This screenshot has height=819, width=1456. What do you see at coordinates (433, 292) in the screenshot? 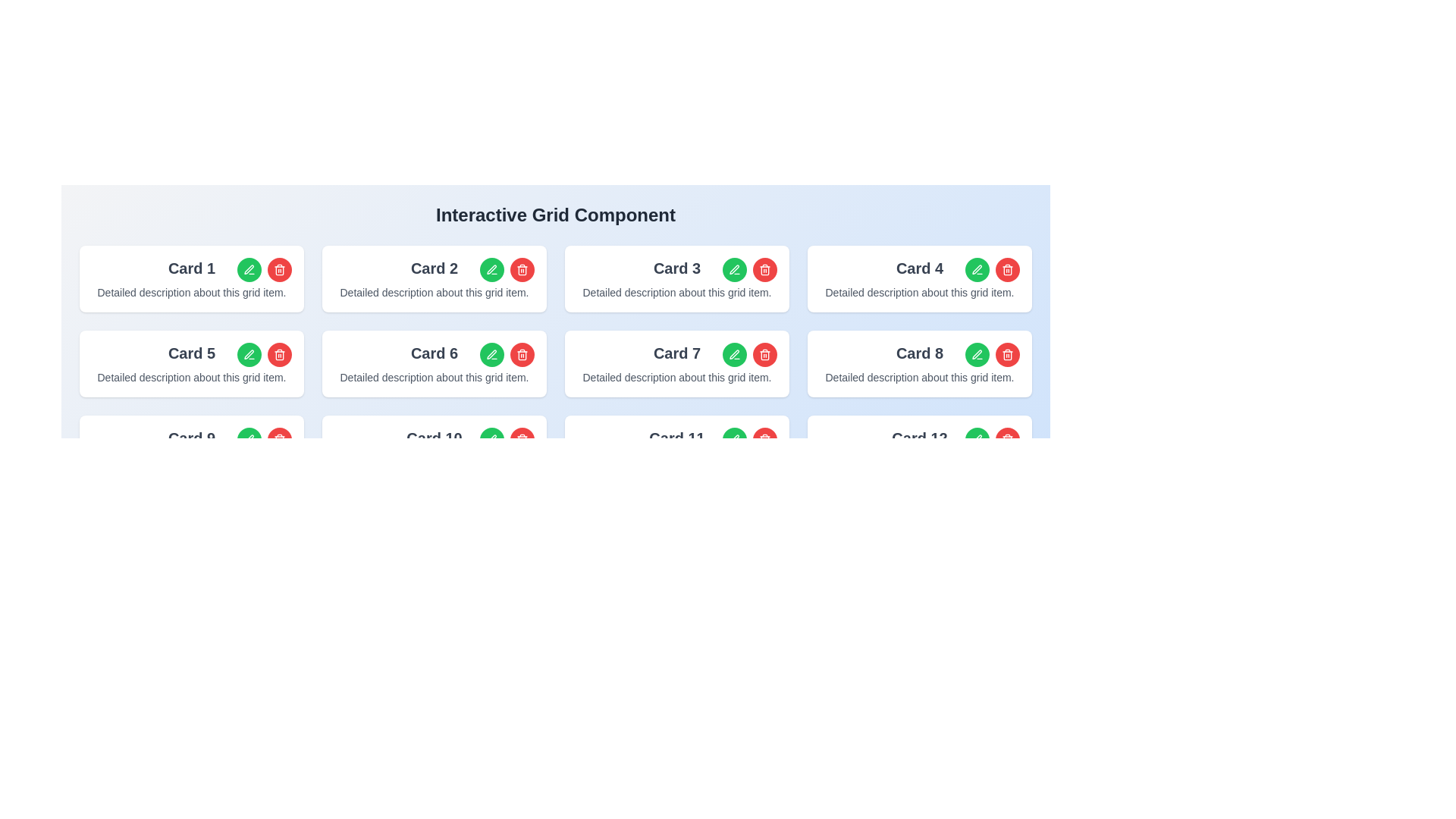
I see `the static text component that contains the text 'Detailed description about this grid item.' located in the second card labeled 'Card 2'` at bounding box center [433, 292].